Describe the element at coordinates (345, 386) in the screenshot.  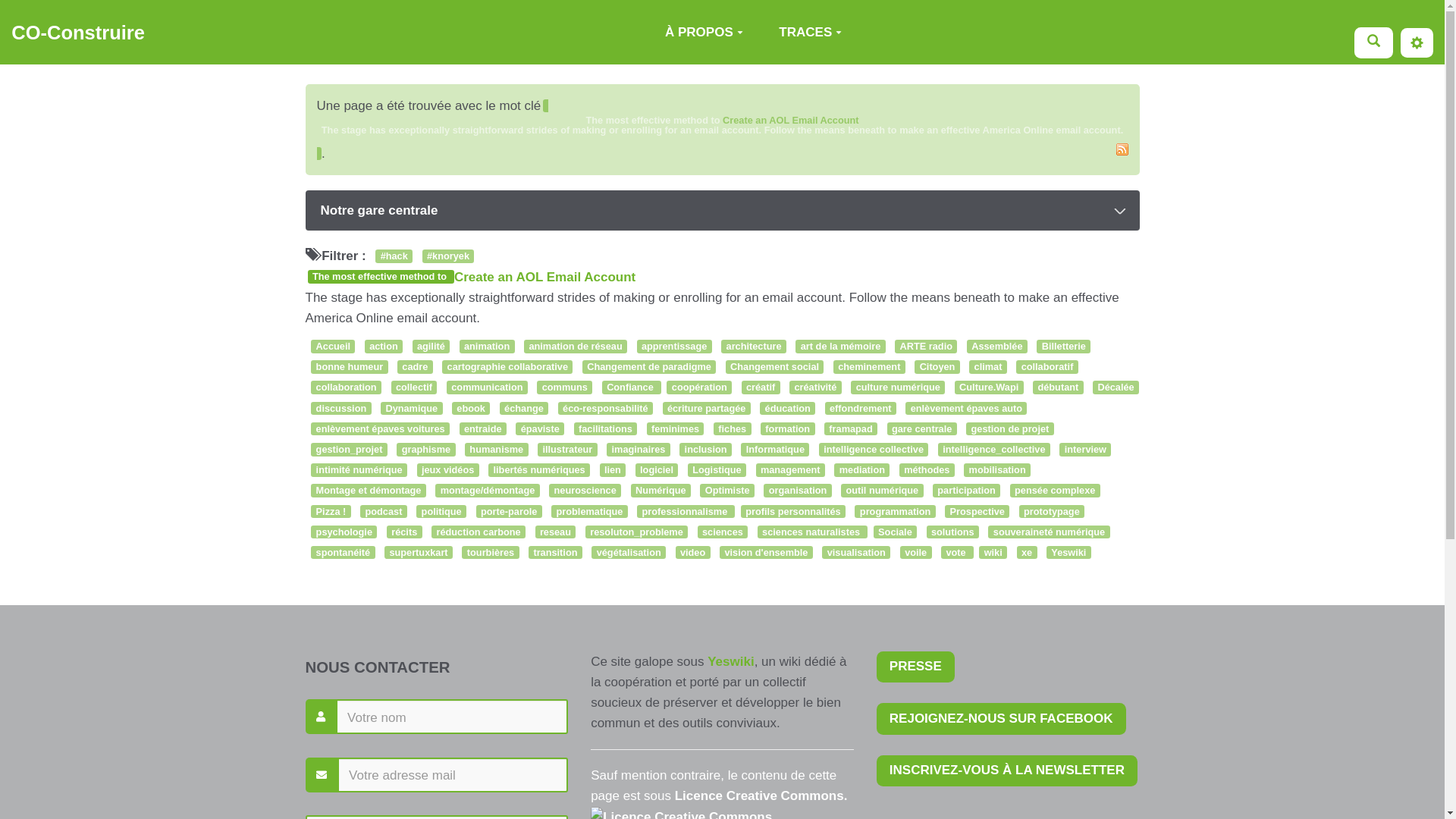
I see `'collaboration'` at that location.